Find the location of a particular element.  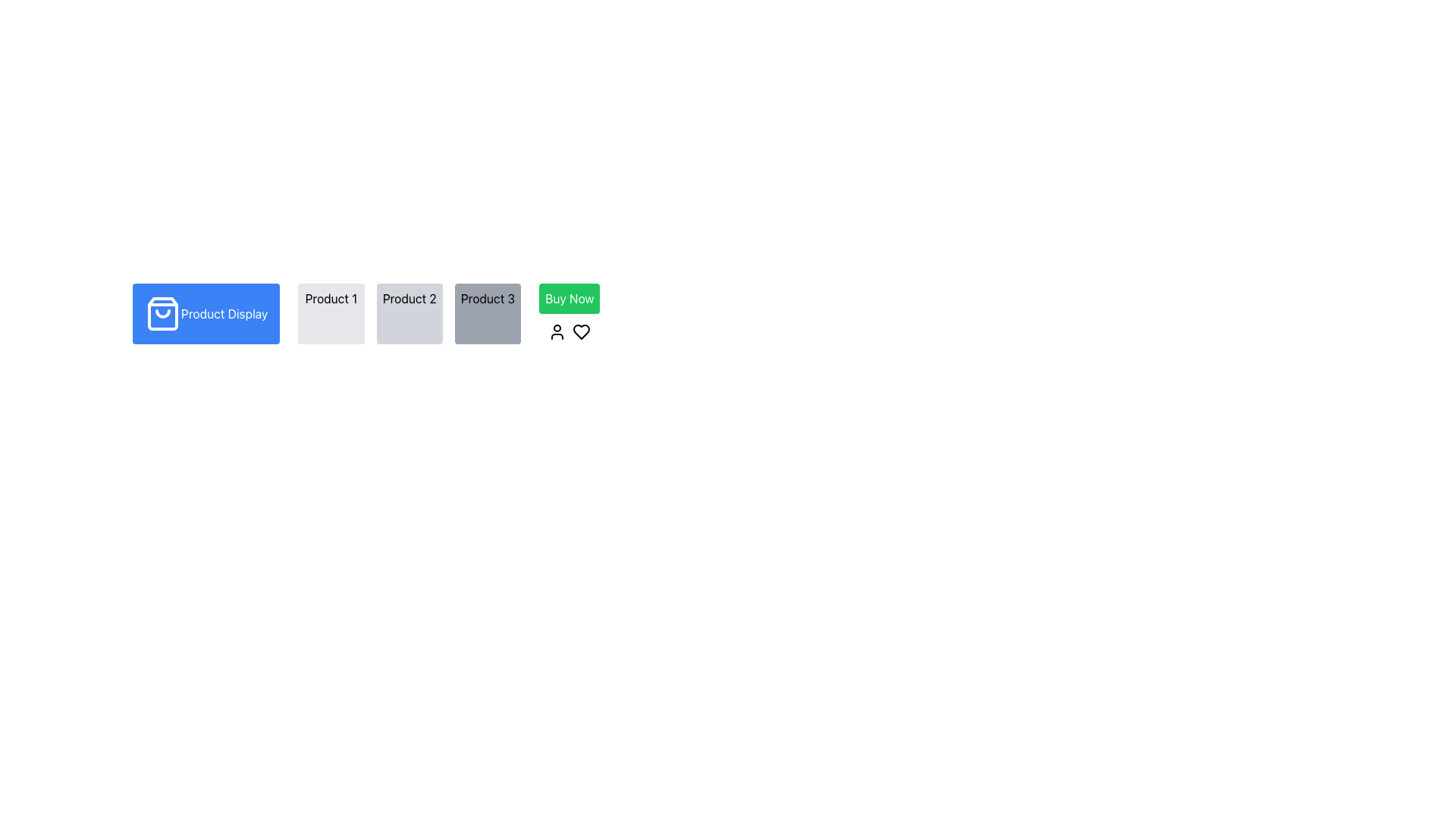

the user or heart icon in the Icon Set located directly below the 'Buy Now' green button is located at coordinates (569, 331).